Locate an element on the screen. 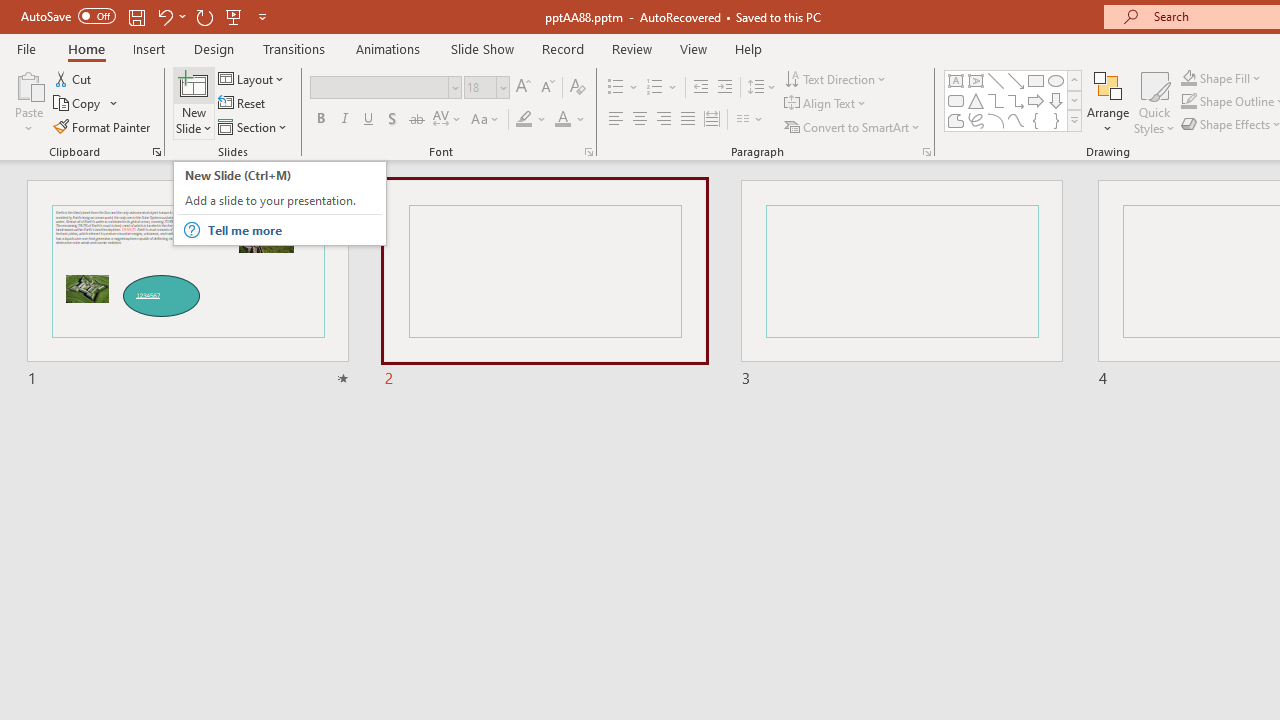 This screenshot has height=720, width=1280. 'Font Color Red' is located at coordinates (561, 119).